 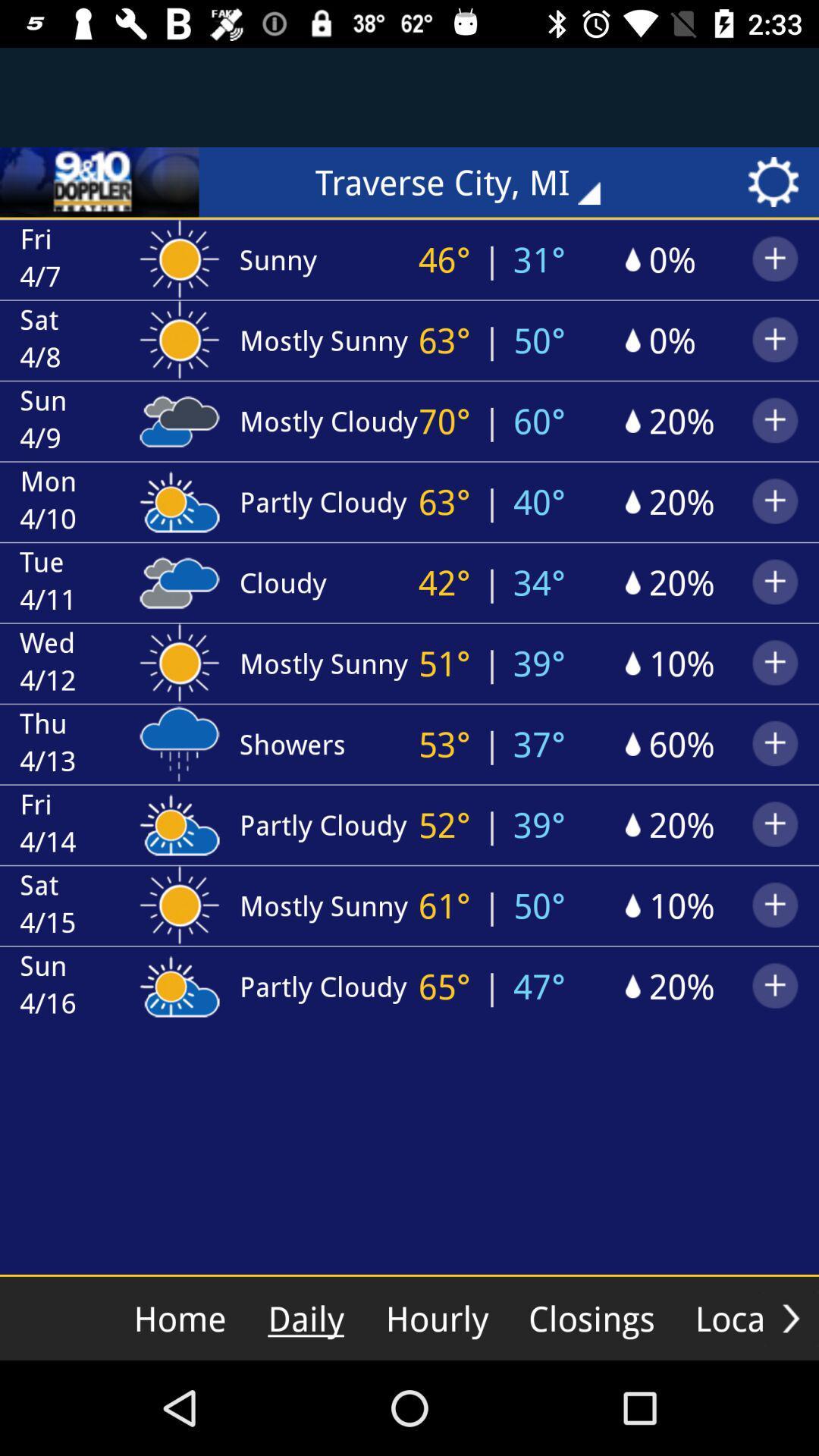 I want to click on the arrow_forward icon, so click(x=790, y=1317).